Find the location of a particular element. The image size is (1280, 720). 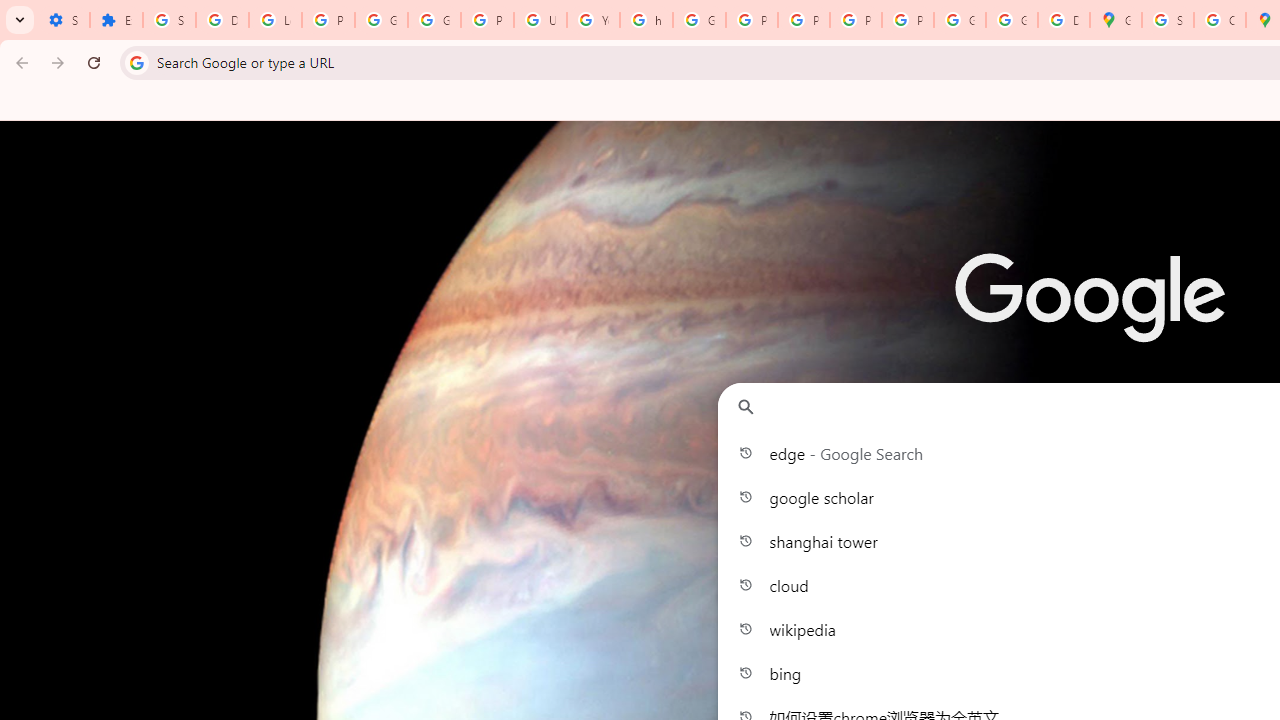

'Extensions' is located at coordinates (115, 20).